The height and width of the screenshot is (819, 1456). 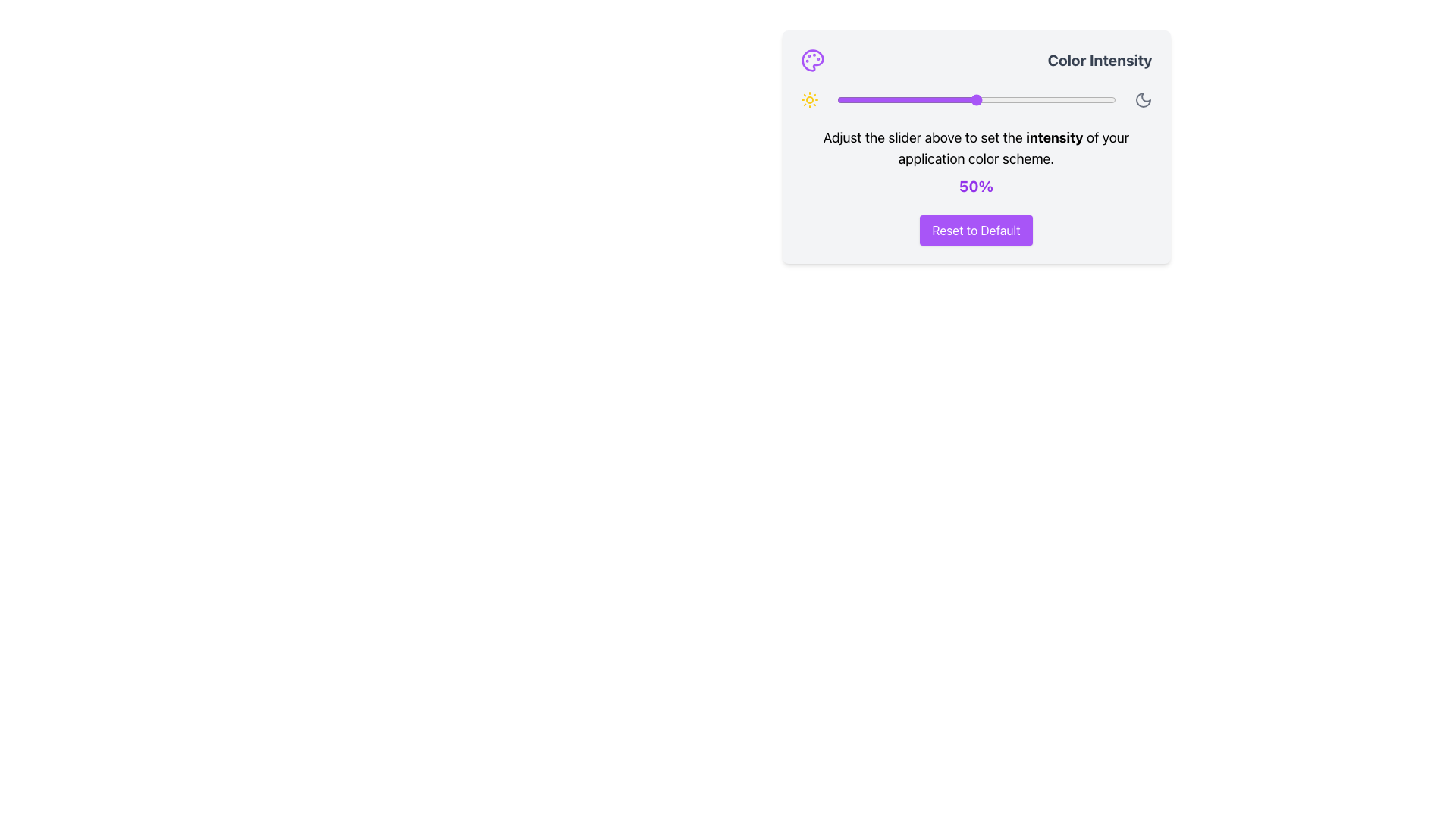 What do you see at coordinates (811, 60) in the screenshot?
I see `the color intensity icon located on the left side of the header titled 'Color Intensity'` at bounding box center [811, 60].